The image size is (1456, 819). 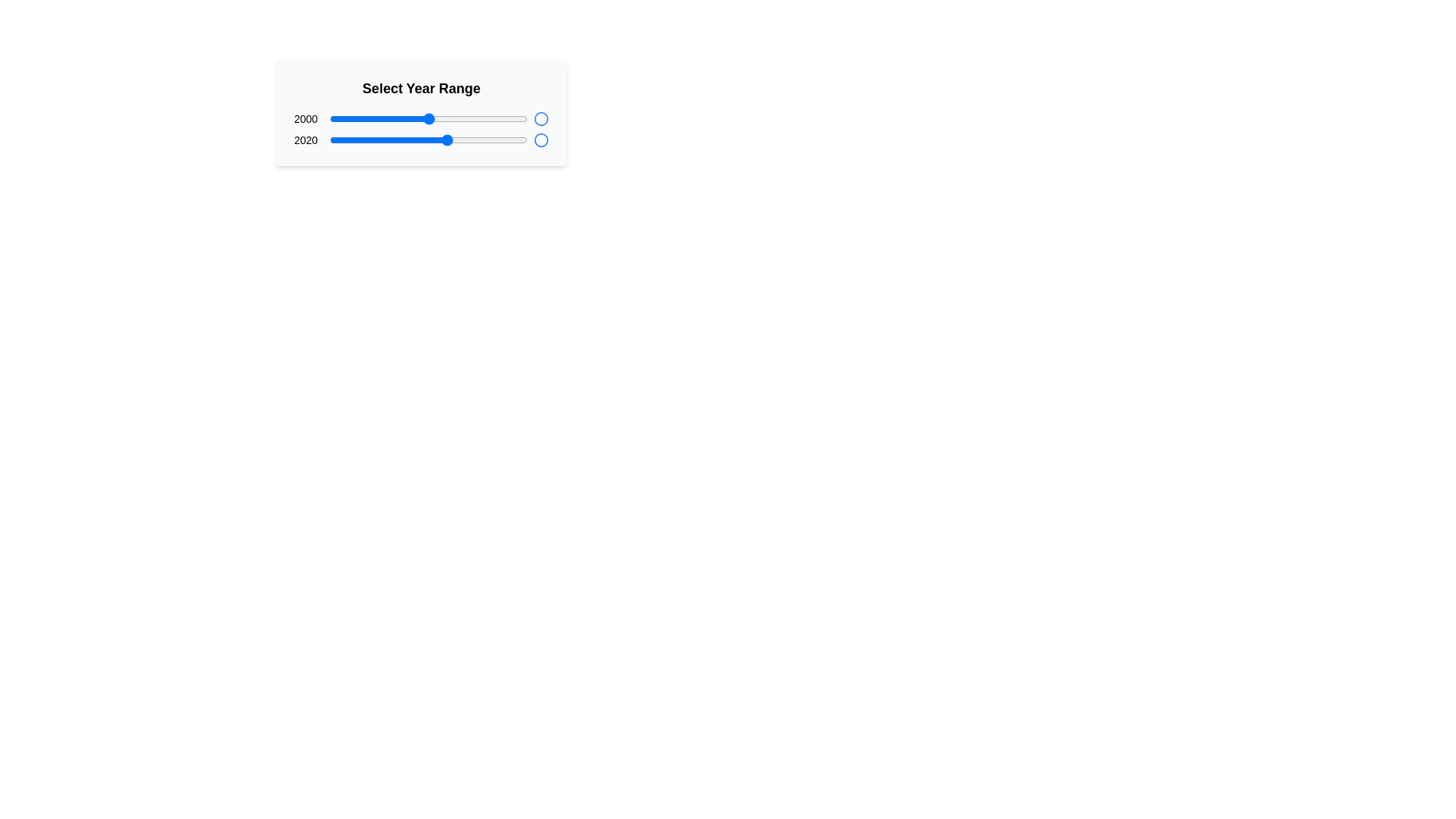 I want to click on the circular SVG element with a blue border located to the right of the label '2020' and the bottom slider, so click(x=541, y=140).